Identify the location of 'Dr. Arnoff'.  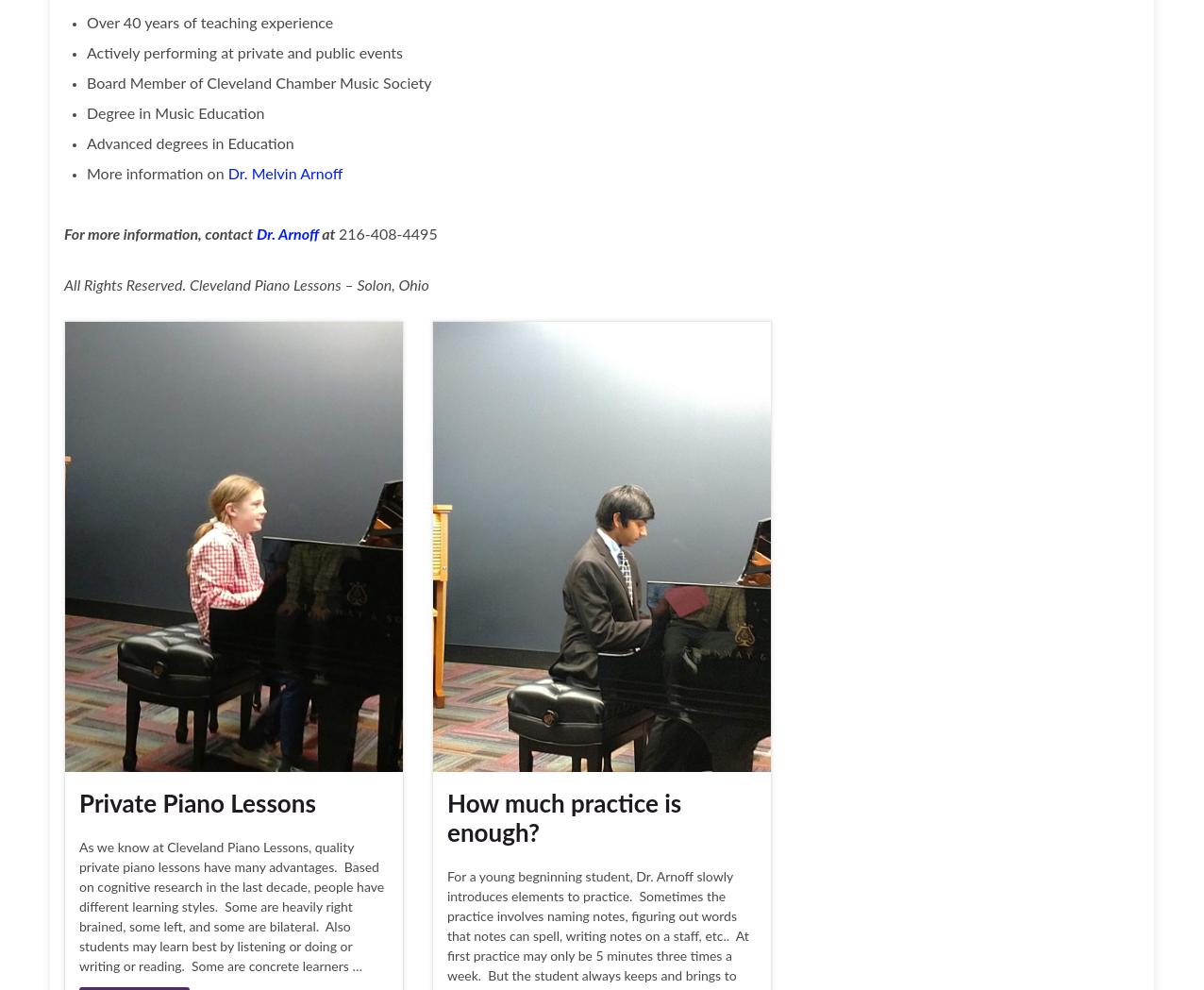
(285, 232).